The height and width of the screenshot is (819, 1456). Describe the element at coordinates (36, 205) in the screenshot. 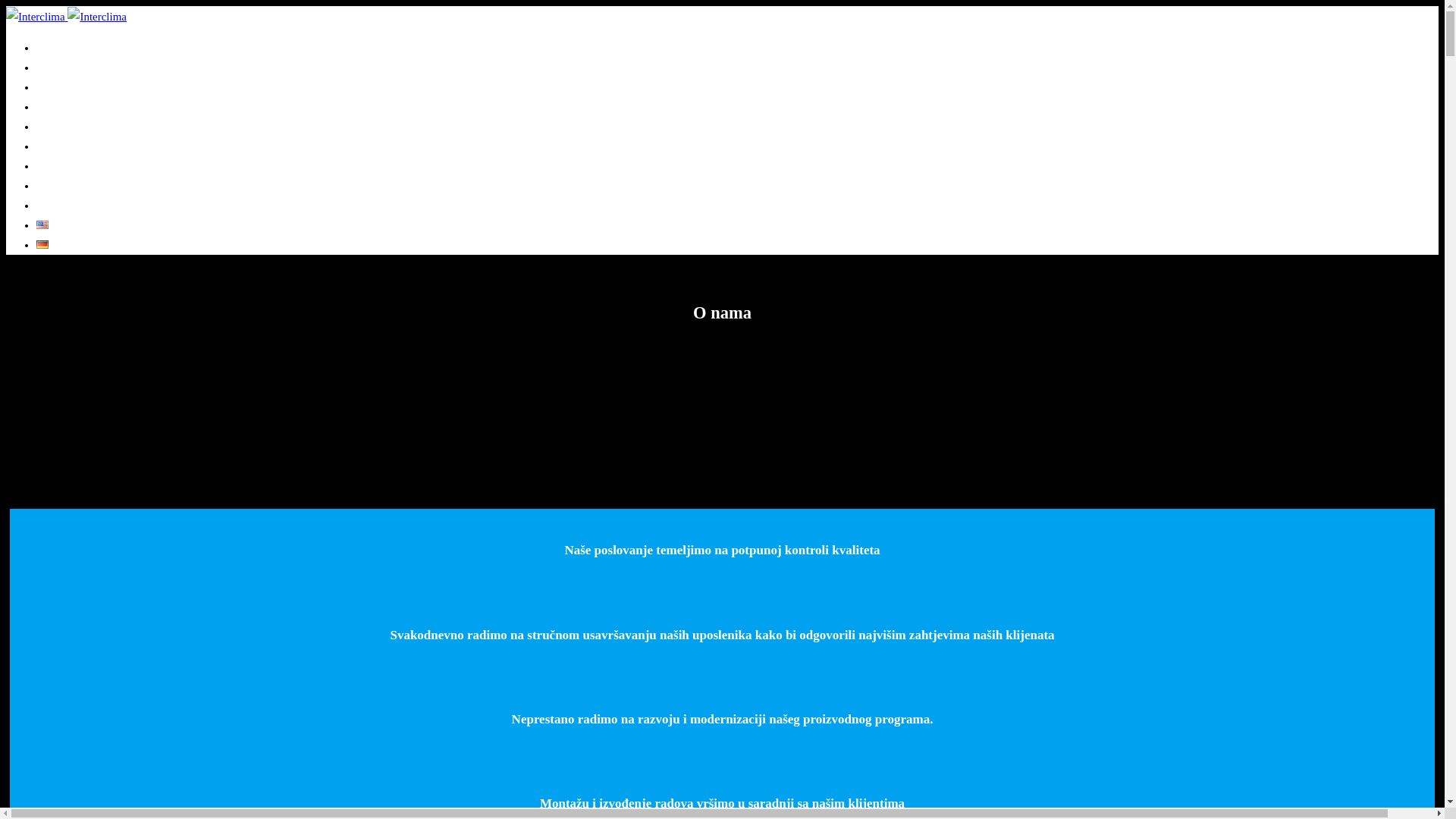

I see `'Kontakt'` at that location.